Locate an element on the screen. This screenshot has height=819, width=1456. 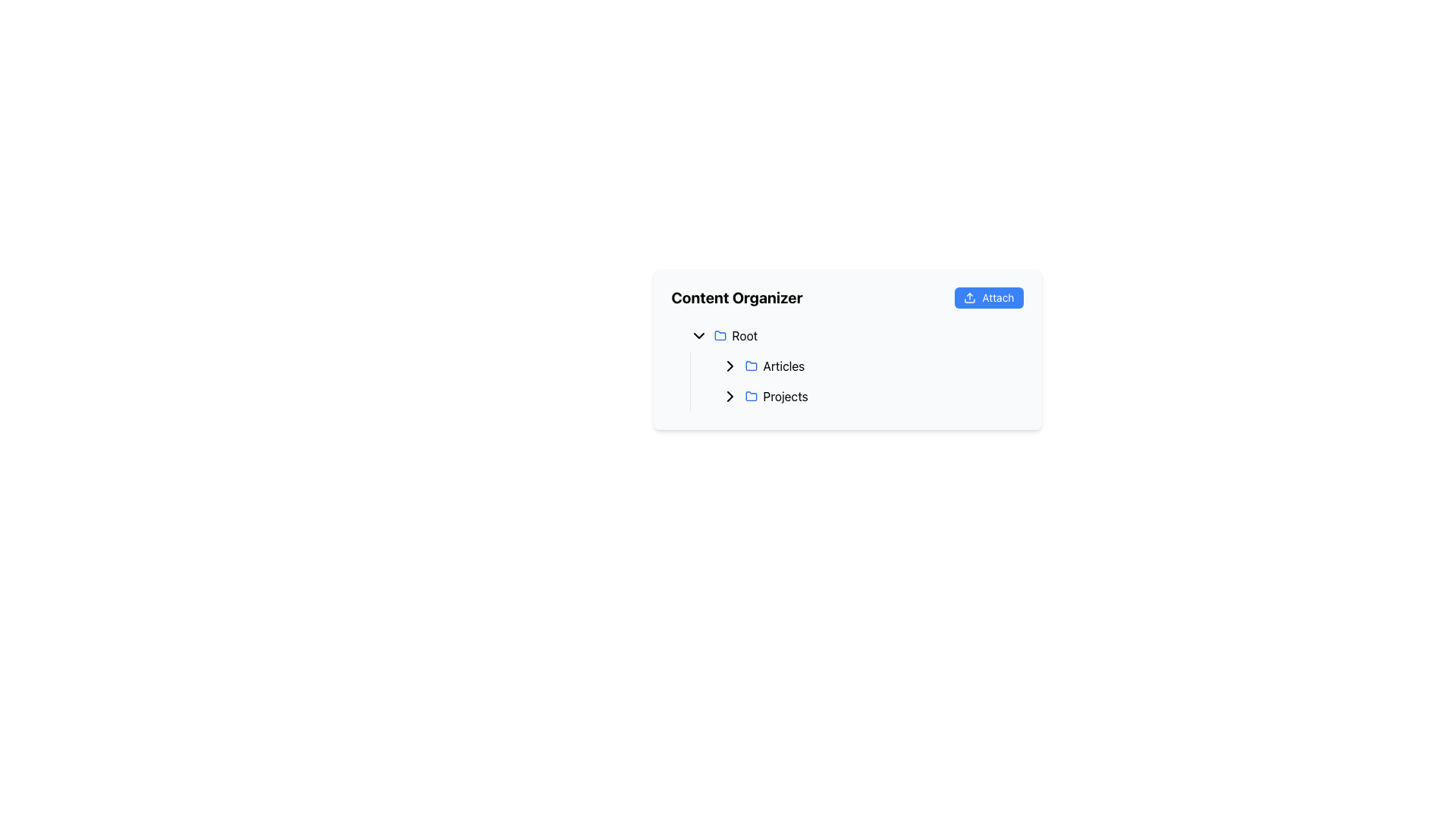
the top-level folder text label in the Content Organizer is located at coordinates (745, 335).